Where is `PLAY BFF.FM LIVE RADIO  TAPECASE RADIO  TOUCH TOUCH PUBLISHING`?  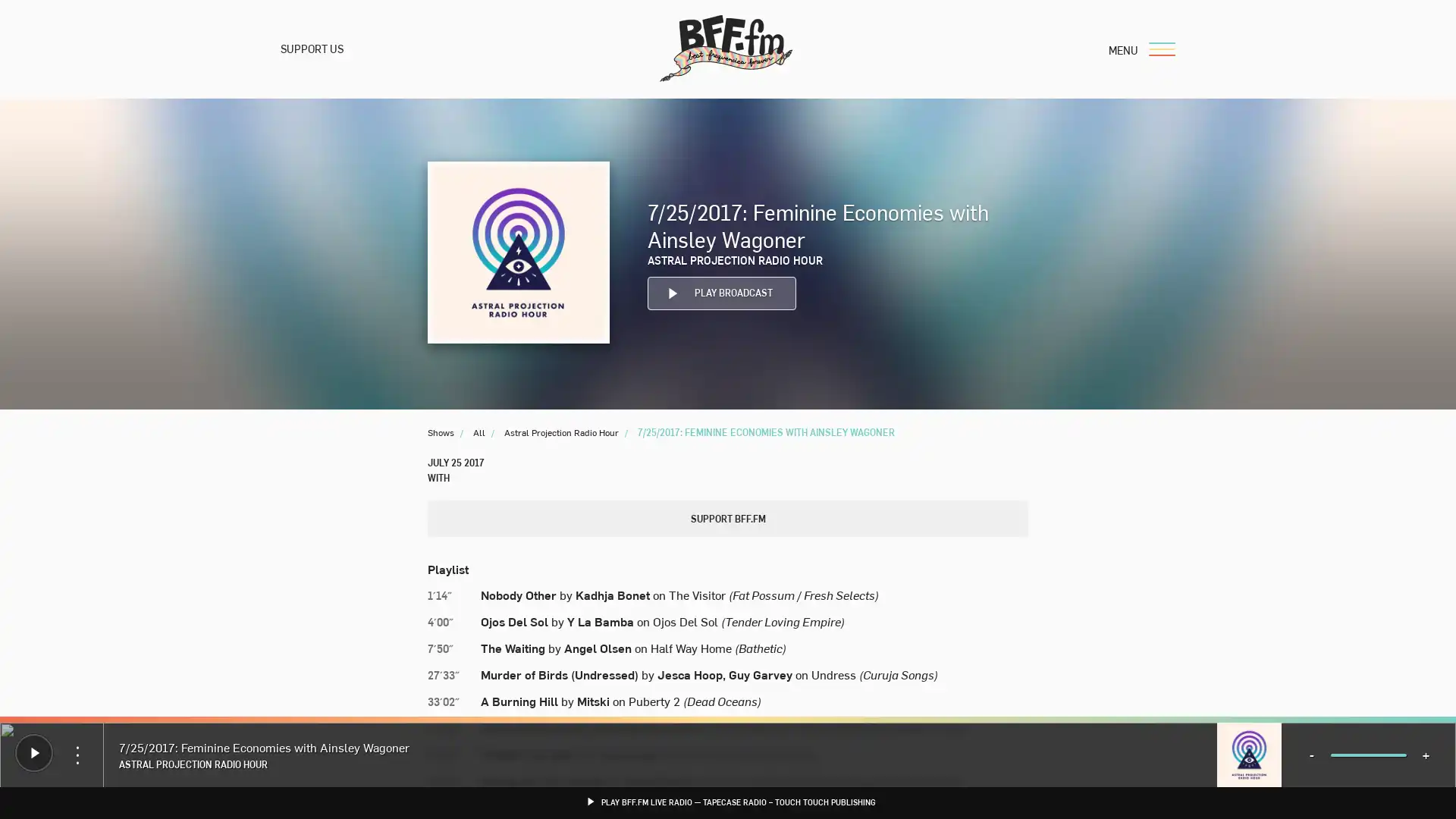 PLAY BFF.FM LIVE RADIO  TAPECASE RADIO  TOUCH TOUCH PUBLISHING is located at coordinates (728, 800).